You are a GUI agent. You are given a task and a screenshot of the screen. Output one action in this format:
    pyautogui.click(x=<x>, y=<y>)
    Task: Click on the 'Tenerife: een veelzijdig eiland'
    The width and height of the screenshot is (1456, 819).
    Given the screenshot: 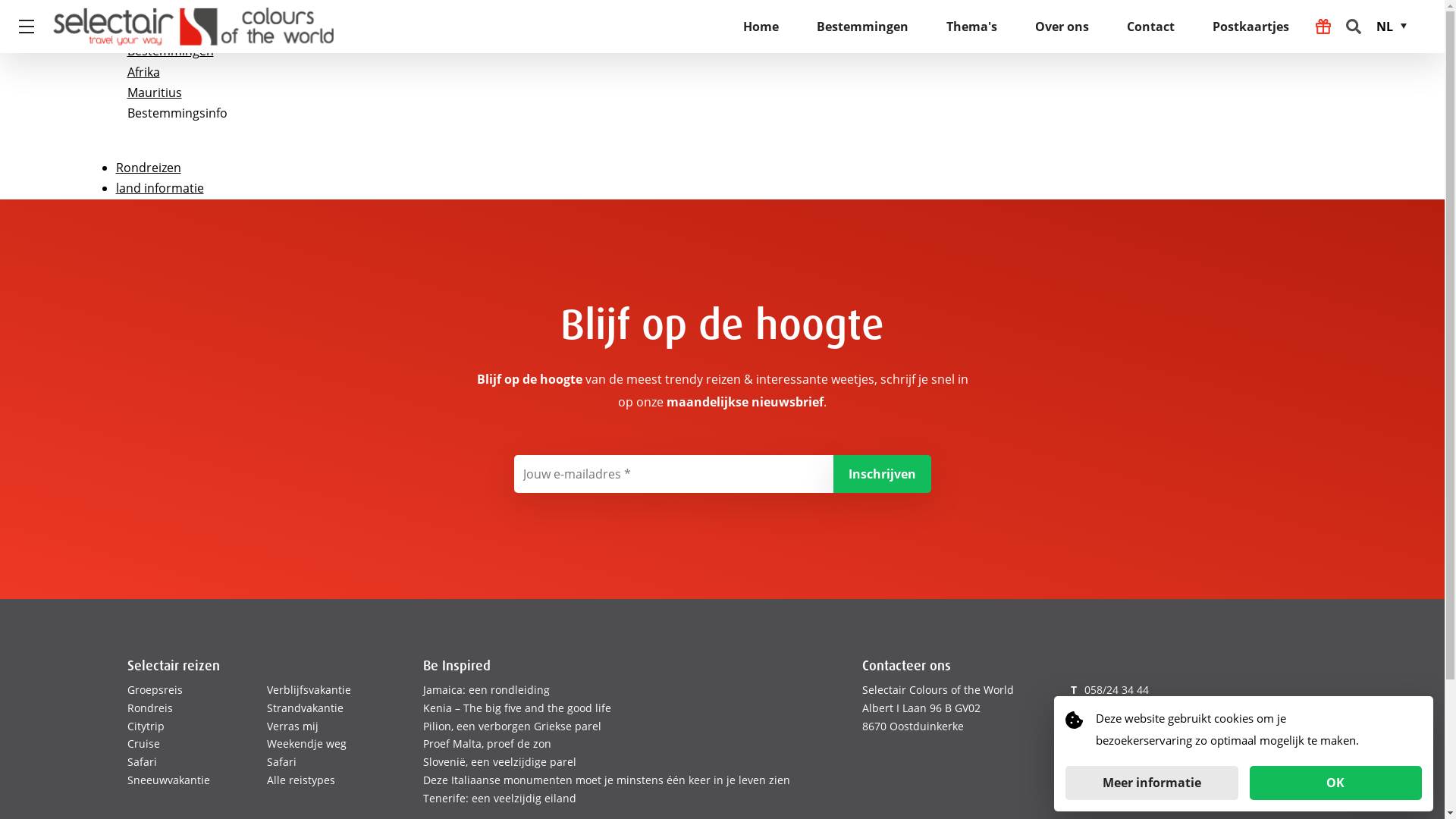 What is the action you would take?
    pyautogui.click(x=422, y=797)
    